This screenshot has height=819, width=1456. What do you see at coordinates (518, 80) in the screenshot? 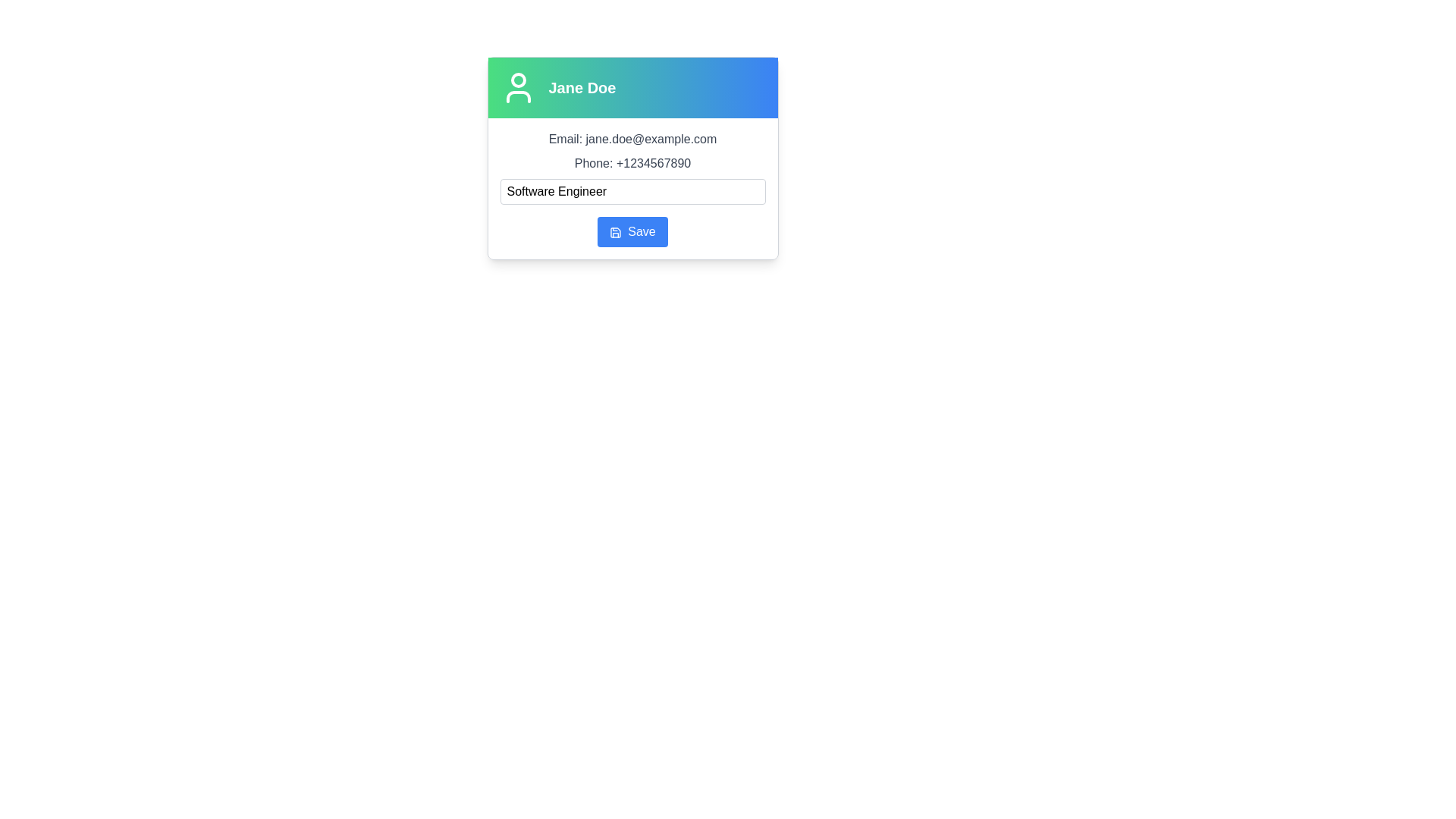
I see `the SVG Circle Element representing the user avatar within the profile section above the text 'Jane Doe'` at bounding box center [518, 80].